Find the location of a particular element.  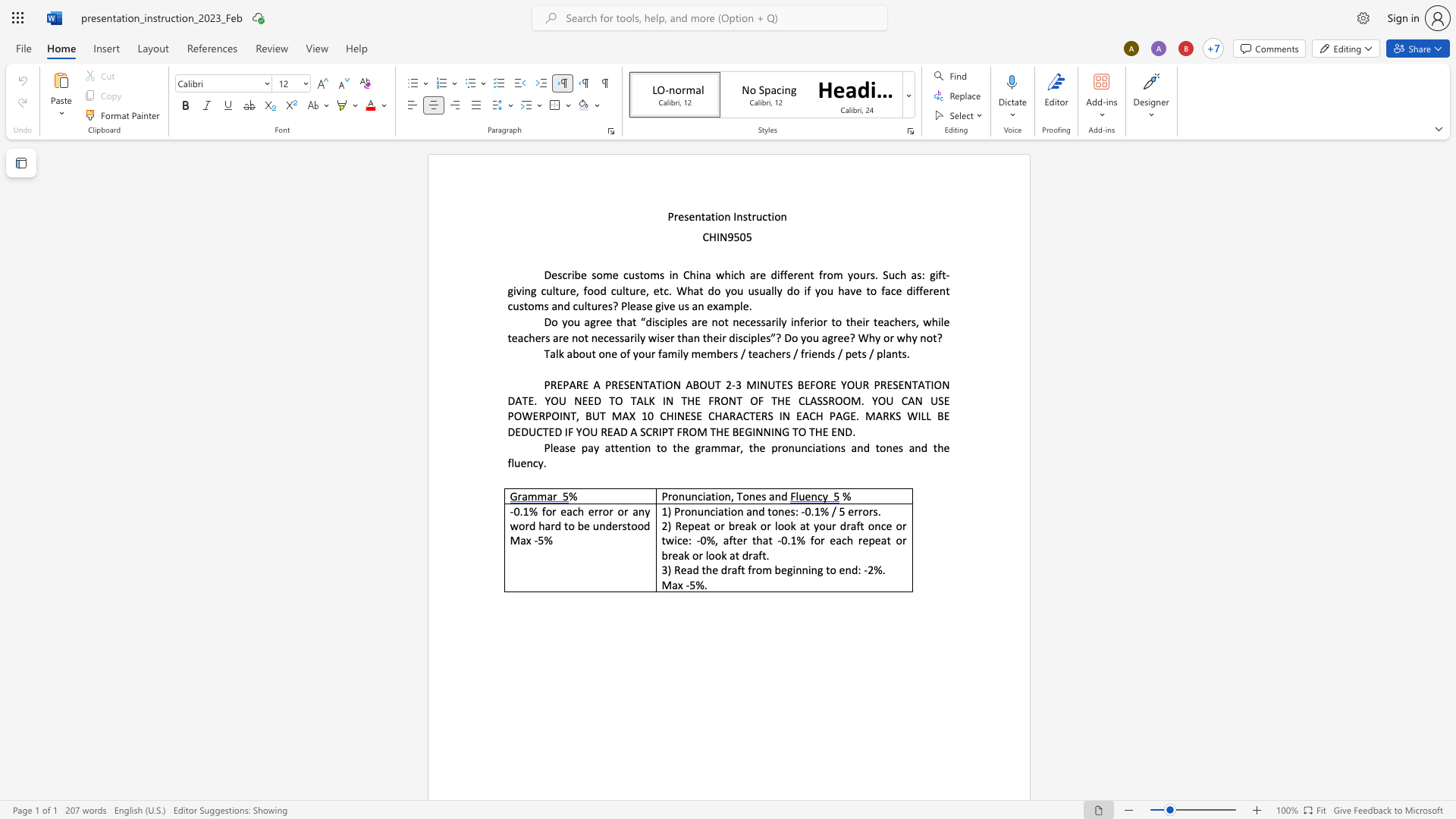

the space between the continuous character "”" and "?" in the text is located at coordinates (776, 337).